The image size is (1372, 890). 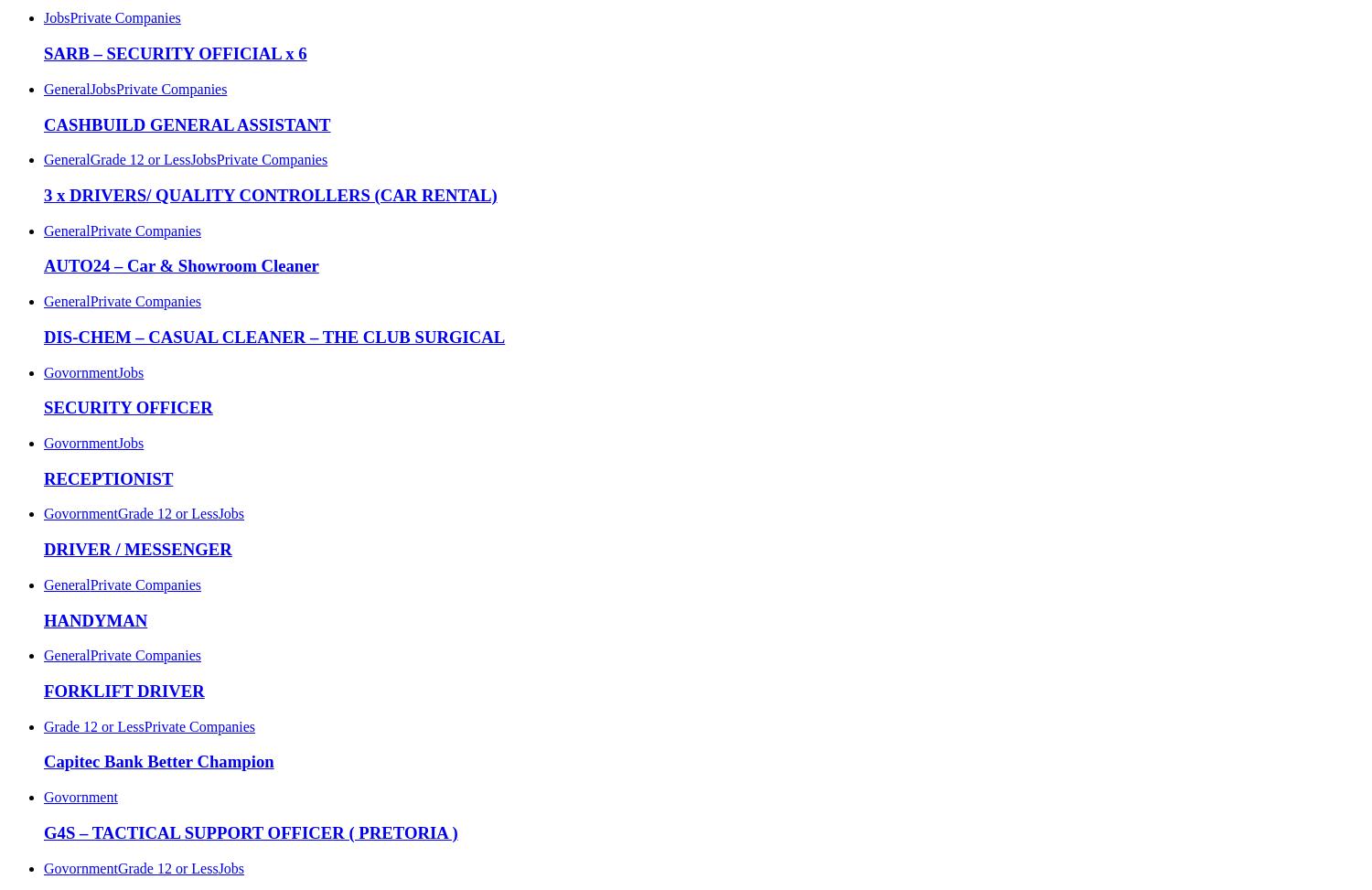 I want to click on 'RECEPTIONIST', so click(x=107, y=477).